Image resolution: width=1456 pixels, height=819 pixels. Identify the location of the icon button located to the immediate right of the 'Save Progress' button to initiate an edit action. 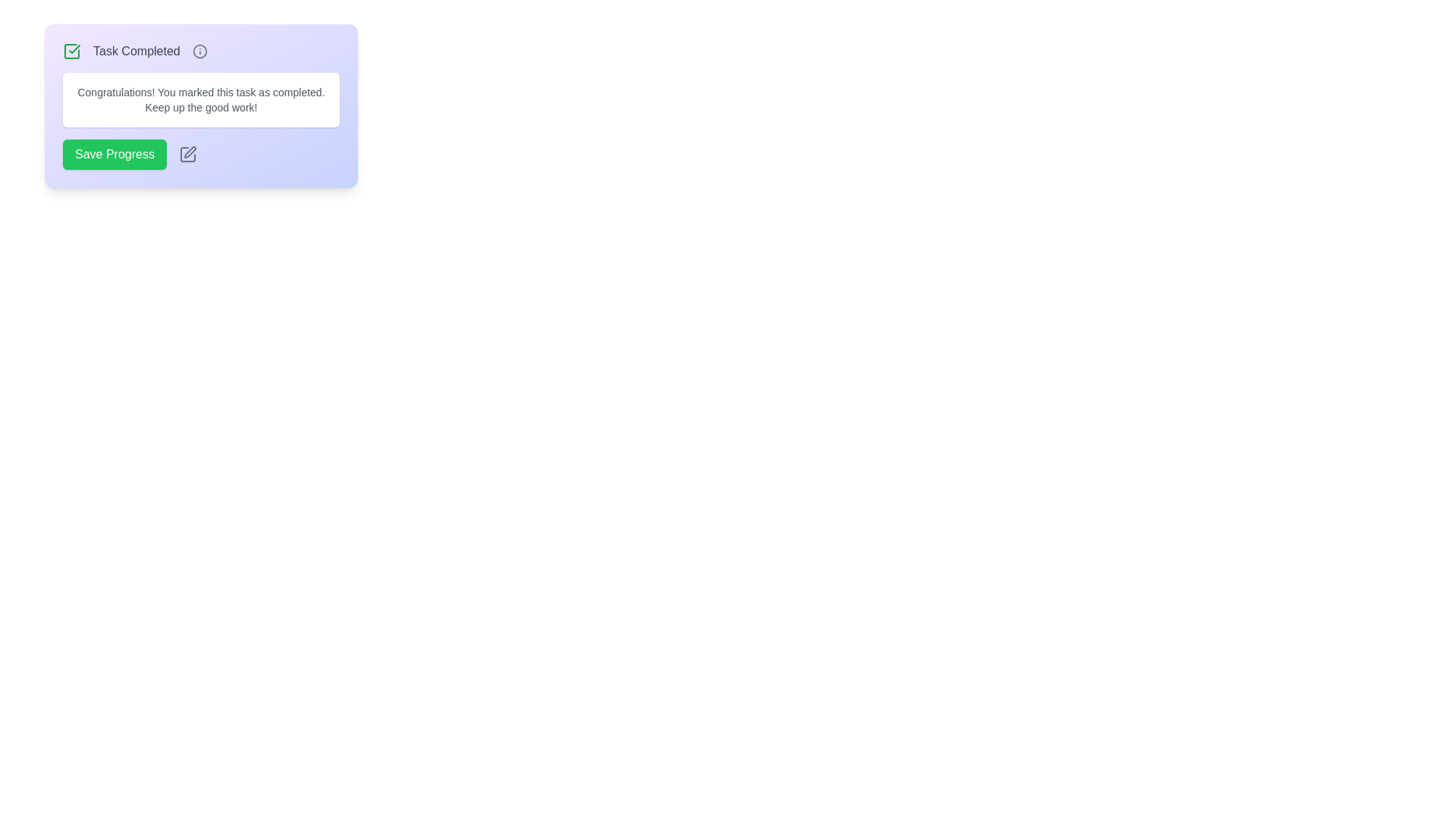
(187, 155).